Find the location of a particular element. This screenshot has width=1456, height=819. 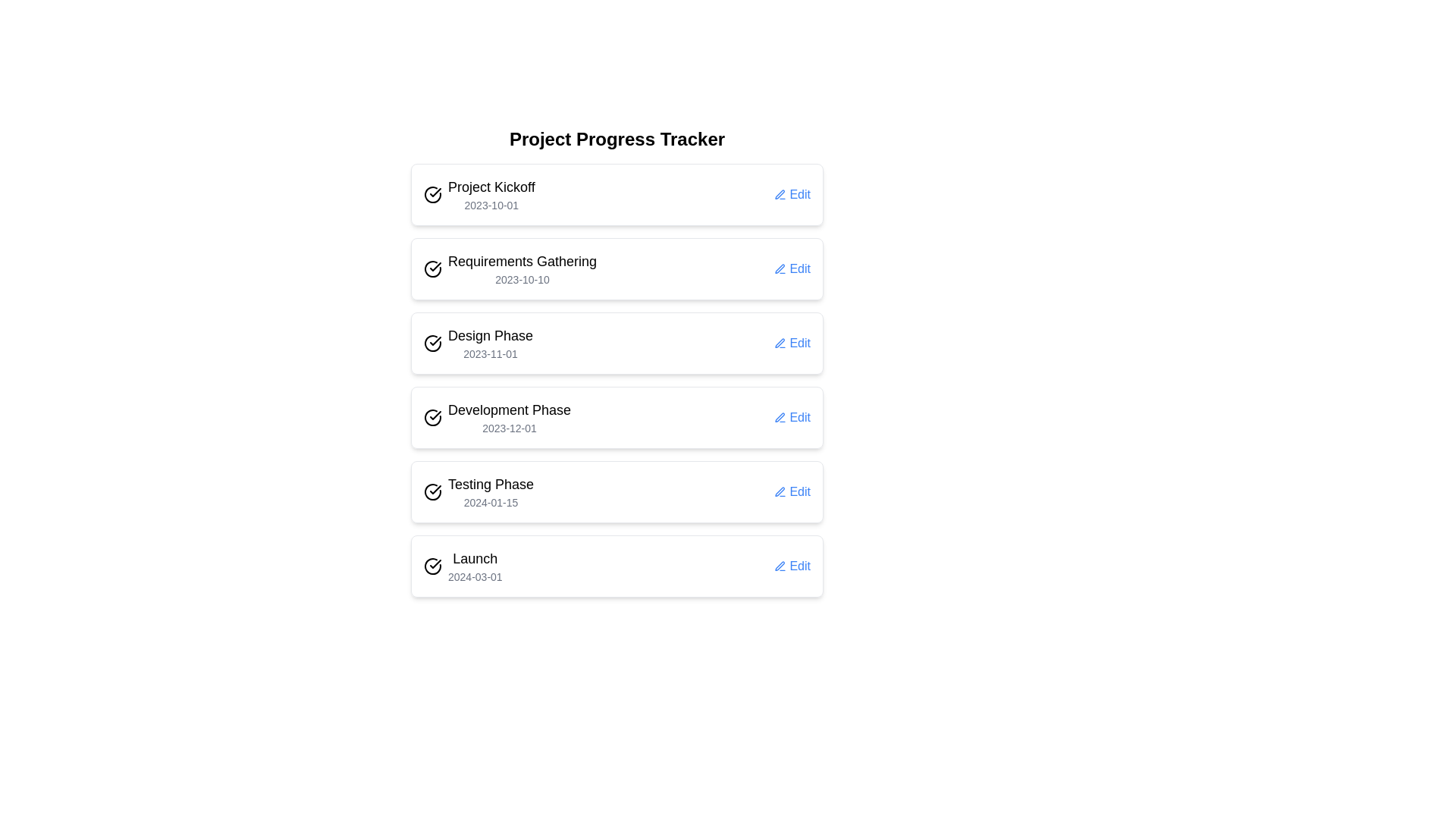

text content of the label that indicates 'Development Phase' with the associated date '2023-12-01', located in the fourth card-like section under the 'Project Progress Tracker' heading is located at coordinates (510, 418).